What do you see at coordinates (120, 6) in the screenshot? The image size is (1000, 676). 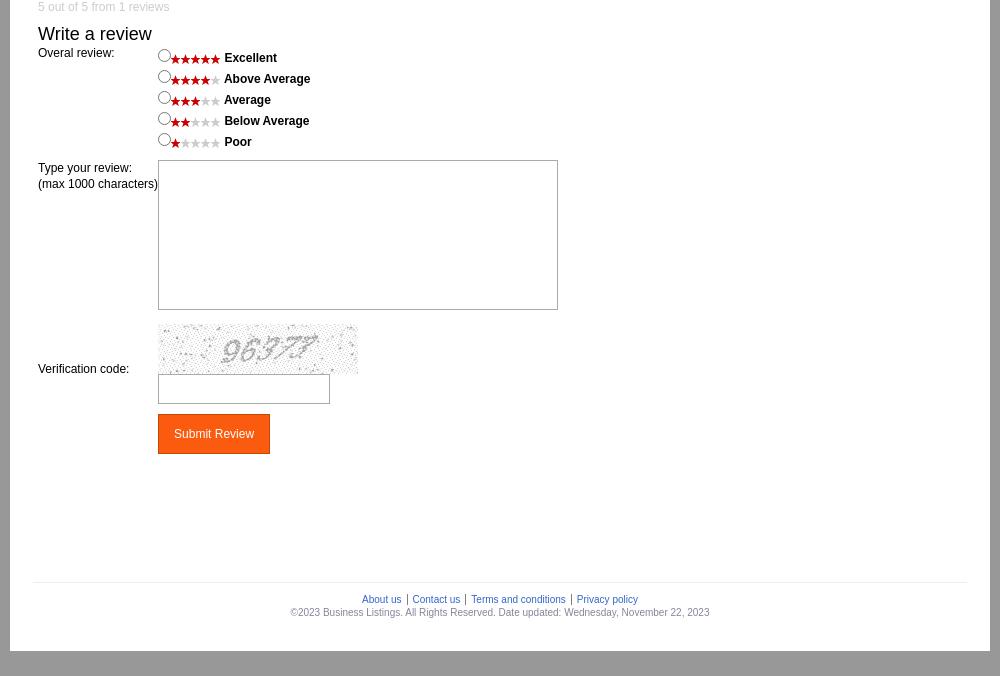 I see `'1'` at bounding box center [120, 6].